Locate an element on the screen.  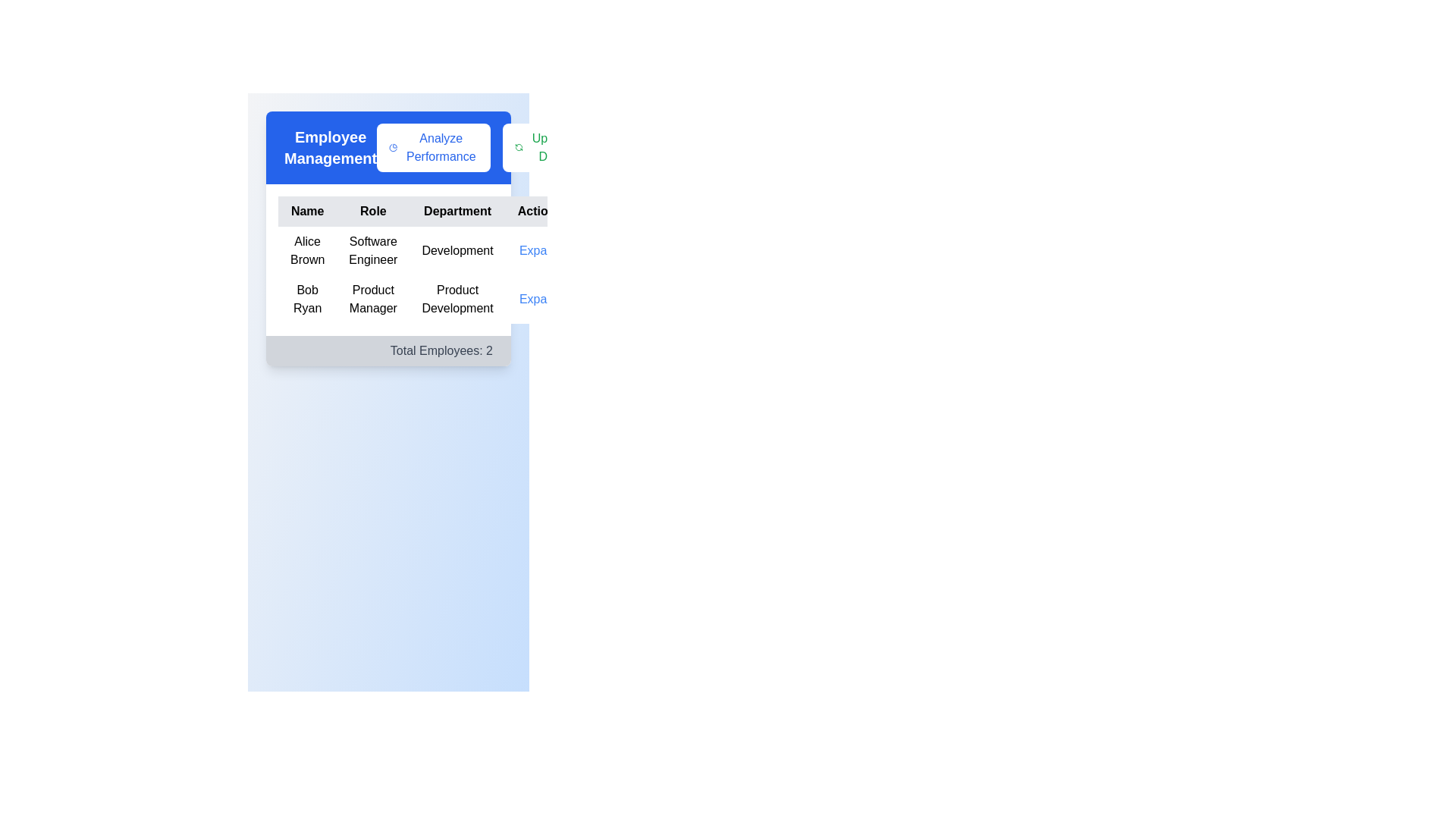
the rows of the Employee Management table is located at coordinates (388, 259).